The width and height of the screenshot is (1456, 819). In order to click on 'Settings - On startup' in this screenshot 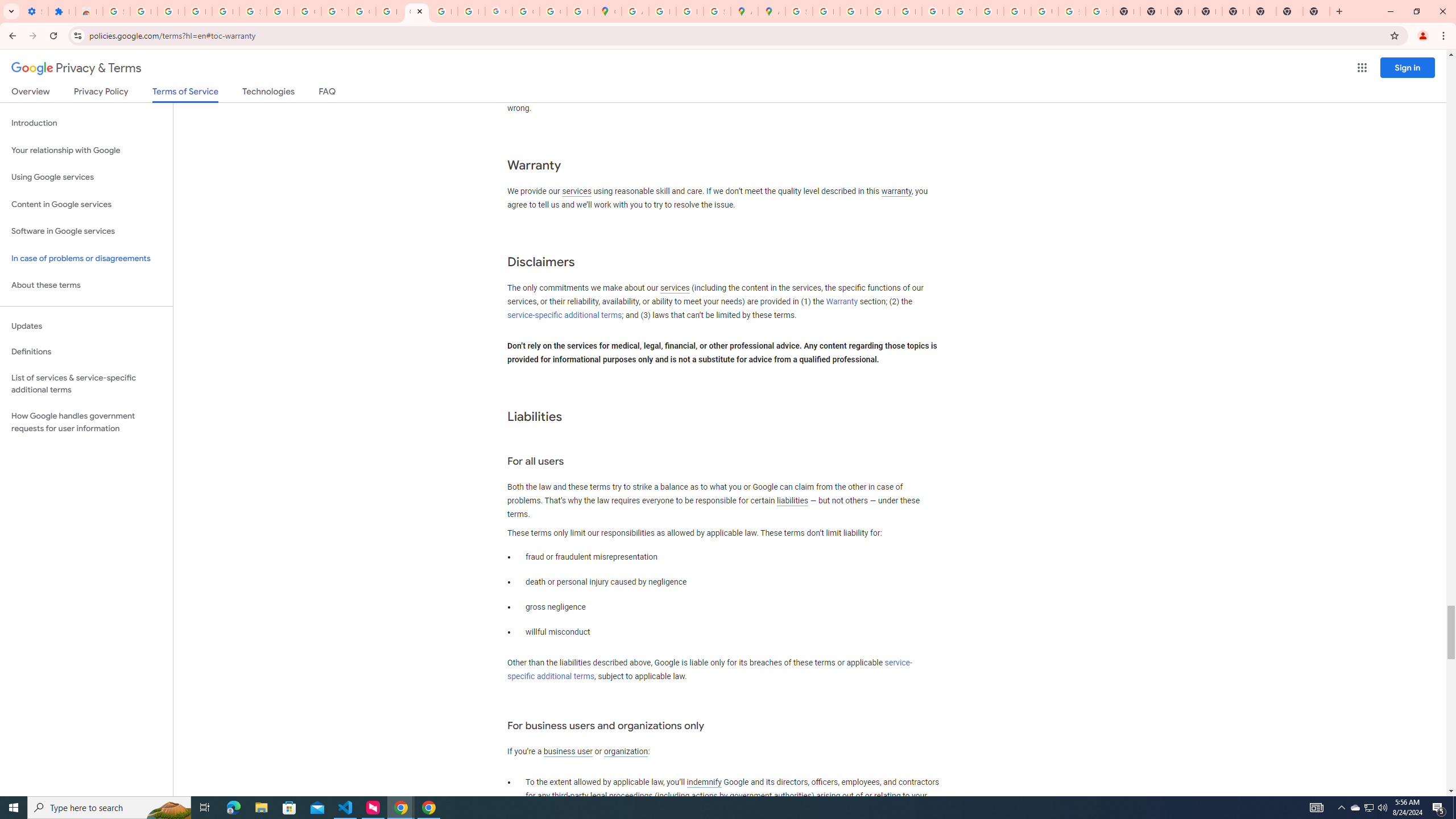, I will do `click(35, 11)`.